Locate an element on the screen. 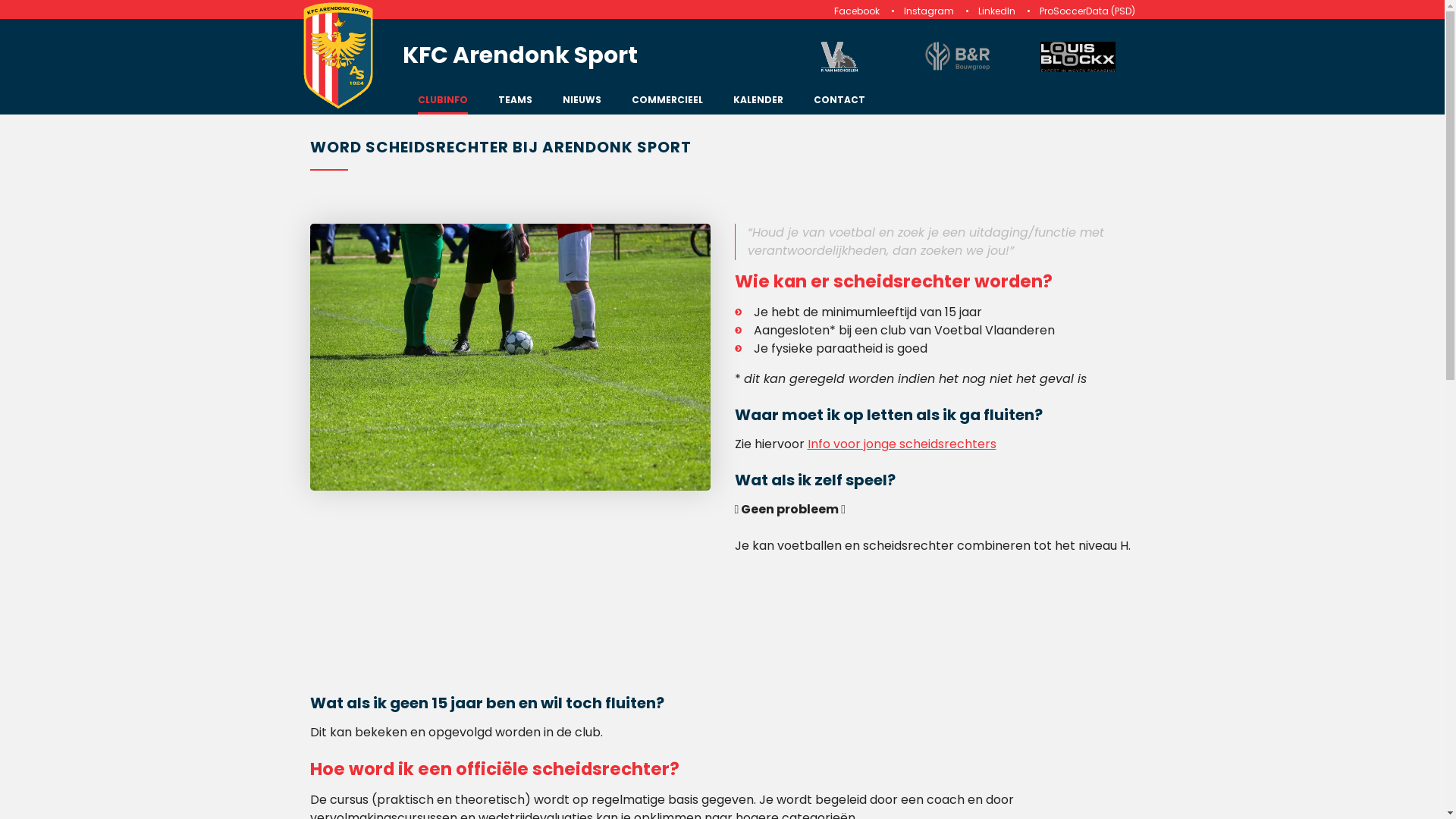 This screenshot has width=1456, height=819. 'Info voor jonge scheidsrechters' is located at coordinates (901, 444).